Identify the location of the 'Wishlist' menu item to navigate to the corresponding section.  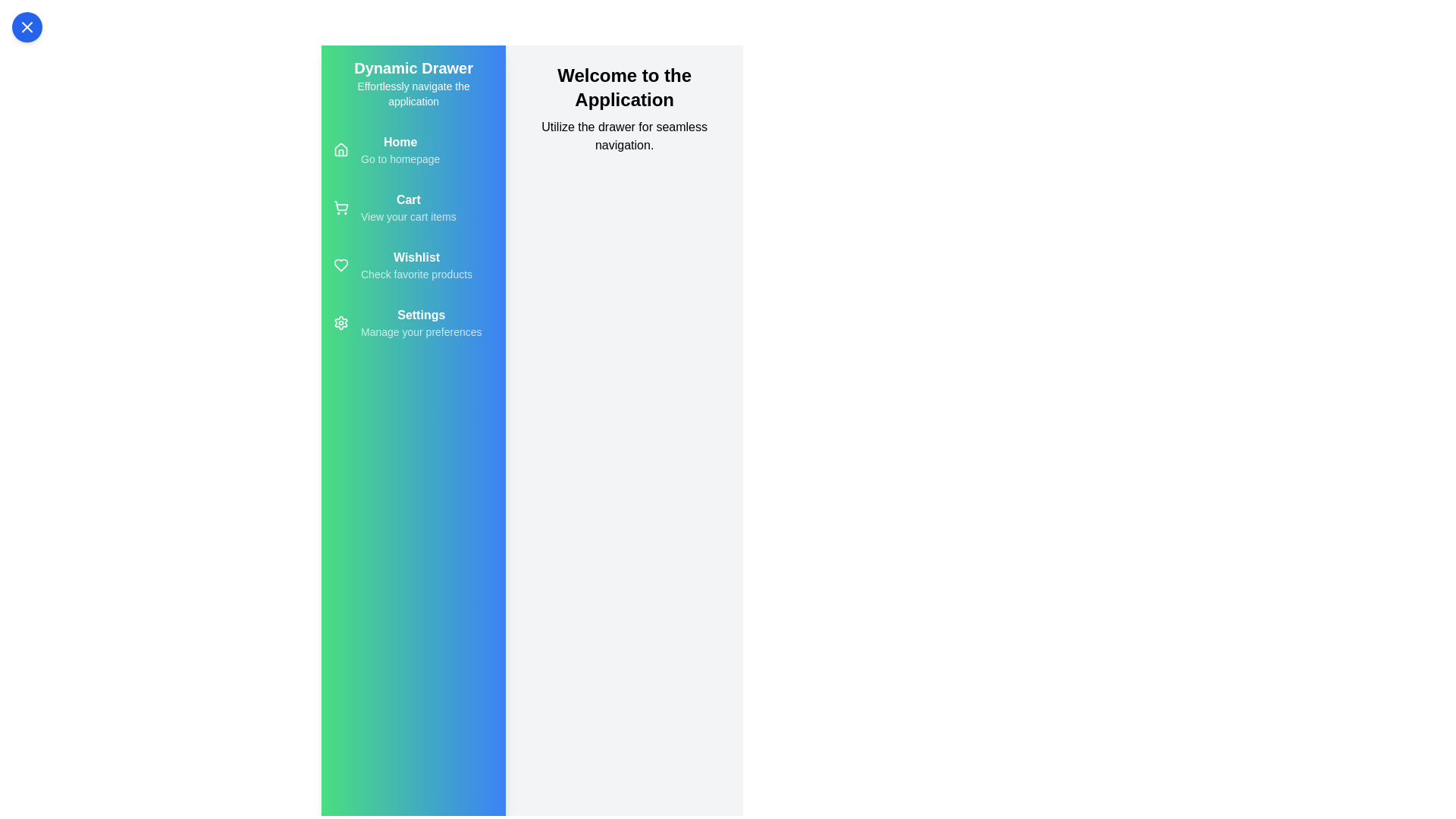
(416, 265).